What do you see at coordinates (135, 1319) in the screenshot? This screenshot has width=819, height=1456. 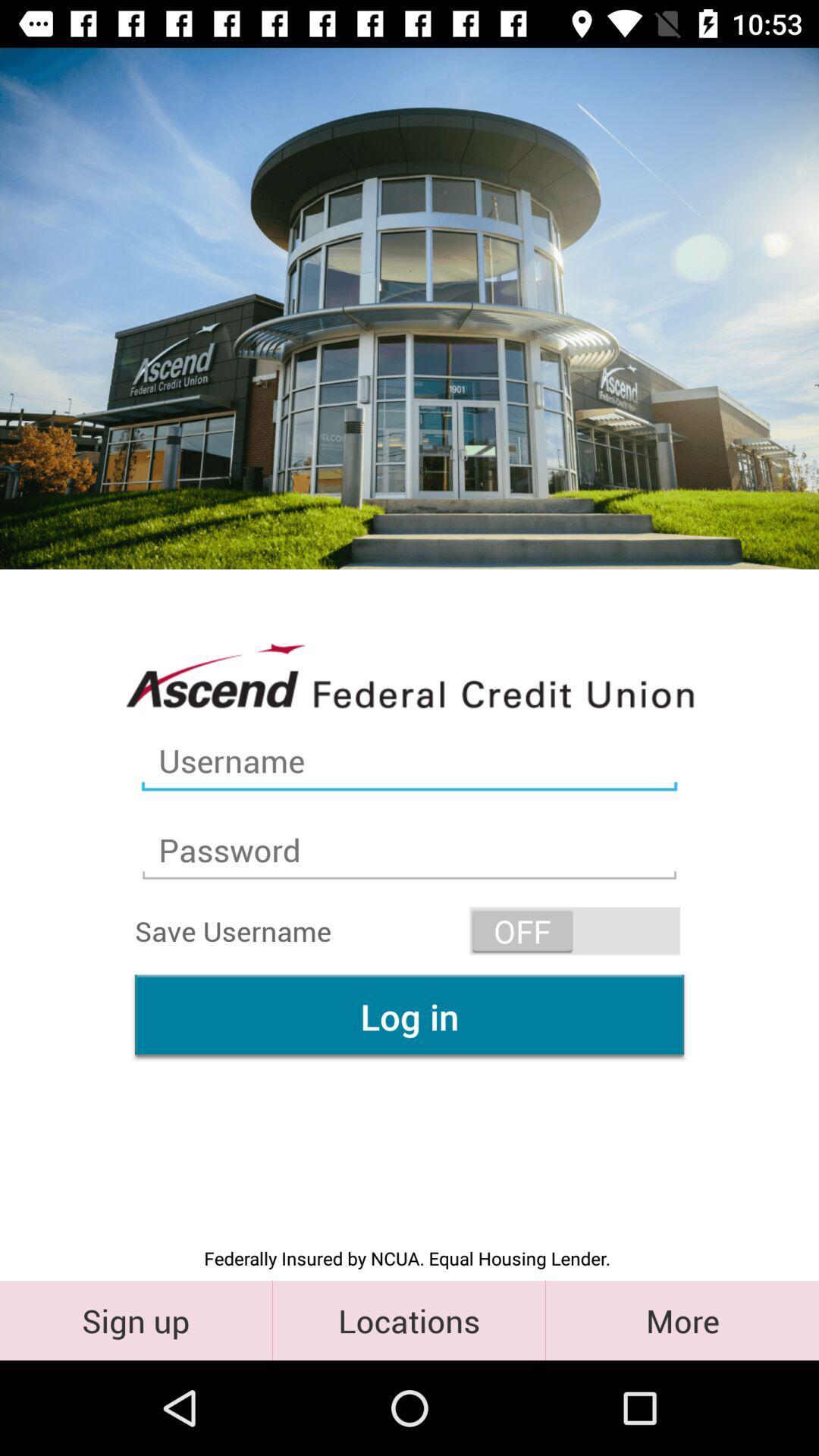 I see `item below federally insured by item` at bounding box center [135, 1319].